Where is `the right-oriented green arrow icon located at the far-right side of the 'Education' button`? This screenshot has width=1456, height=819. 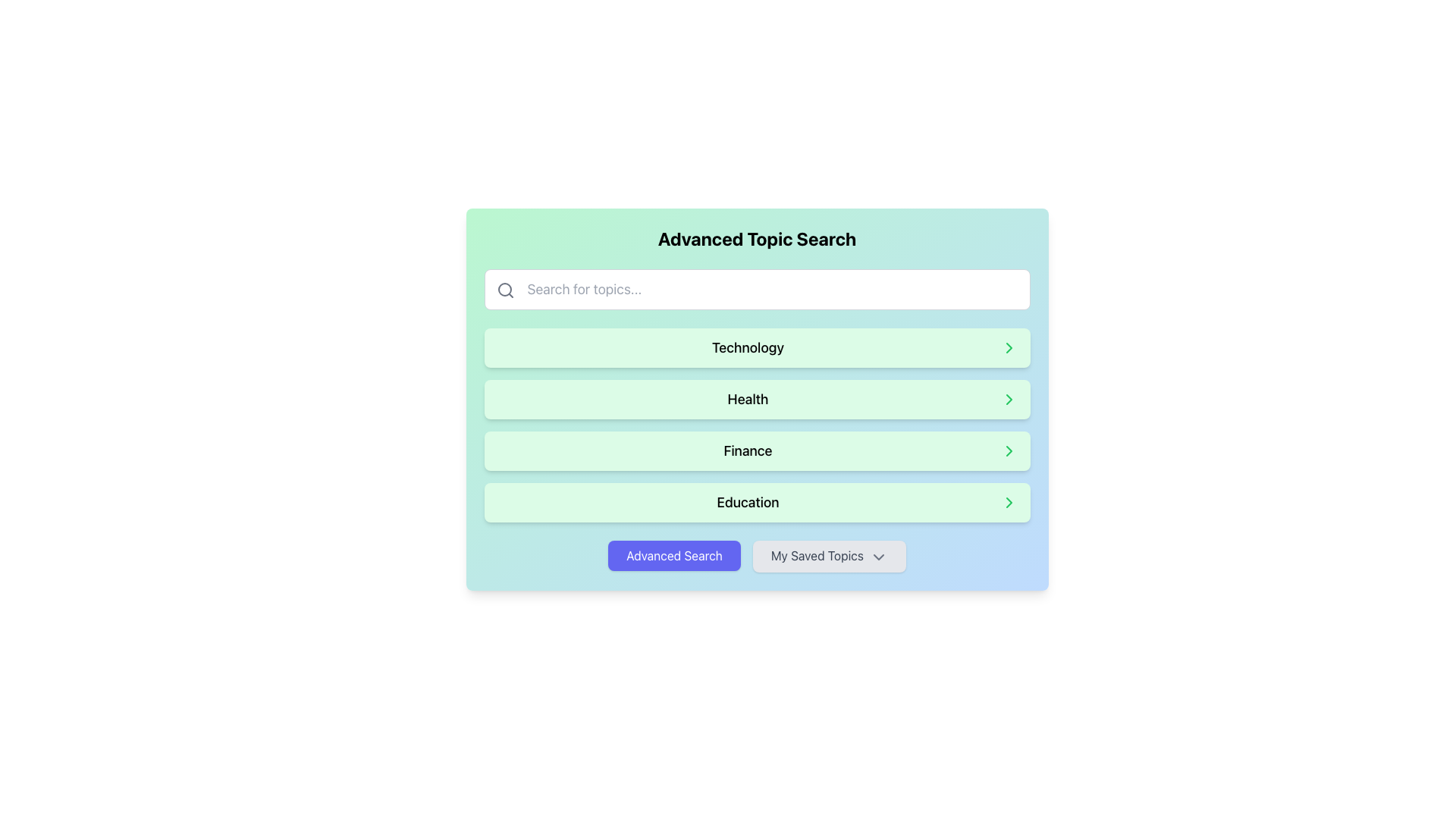
the right-oriented green arrow icon located at the far-right side of the 'Education' button is located at coordinates (1009, 503).